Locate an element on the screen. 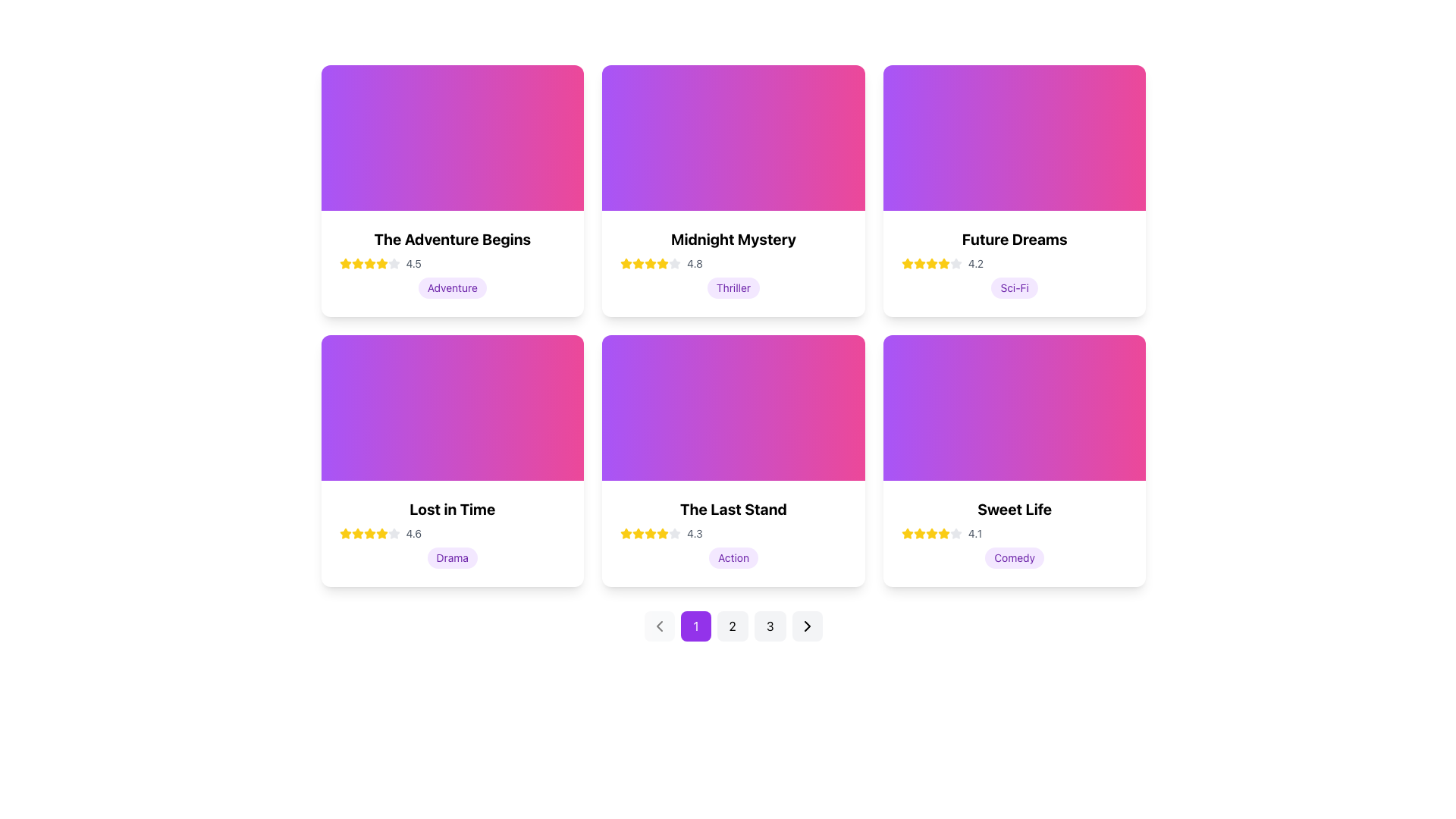 This screenshot has height=819, width=1456. the Info card section that displays the title, rating, and category of the specific item located in the first card of the grid arrangement is located at coordinates (451, 262).